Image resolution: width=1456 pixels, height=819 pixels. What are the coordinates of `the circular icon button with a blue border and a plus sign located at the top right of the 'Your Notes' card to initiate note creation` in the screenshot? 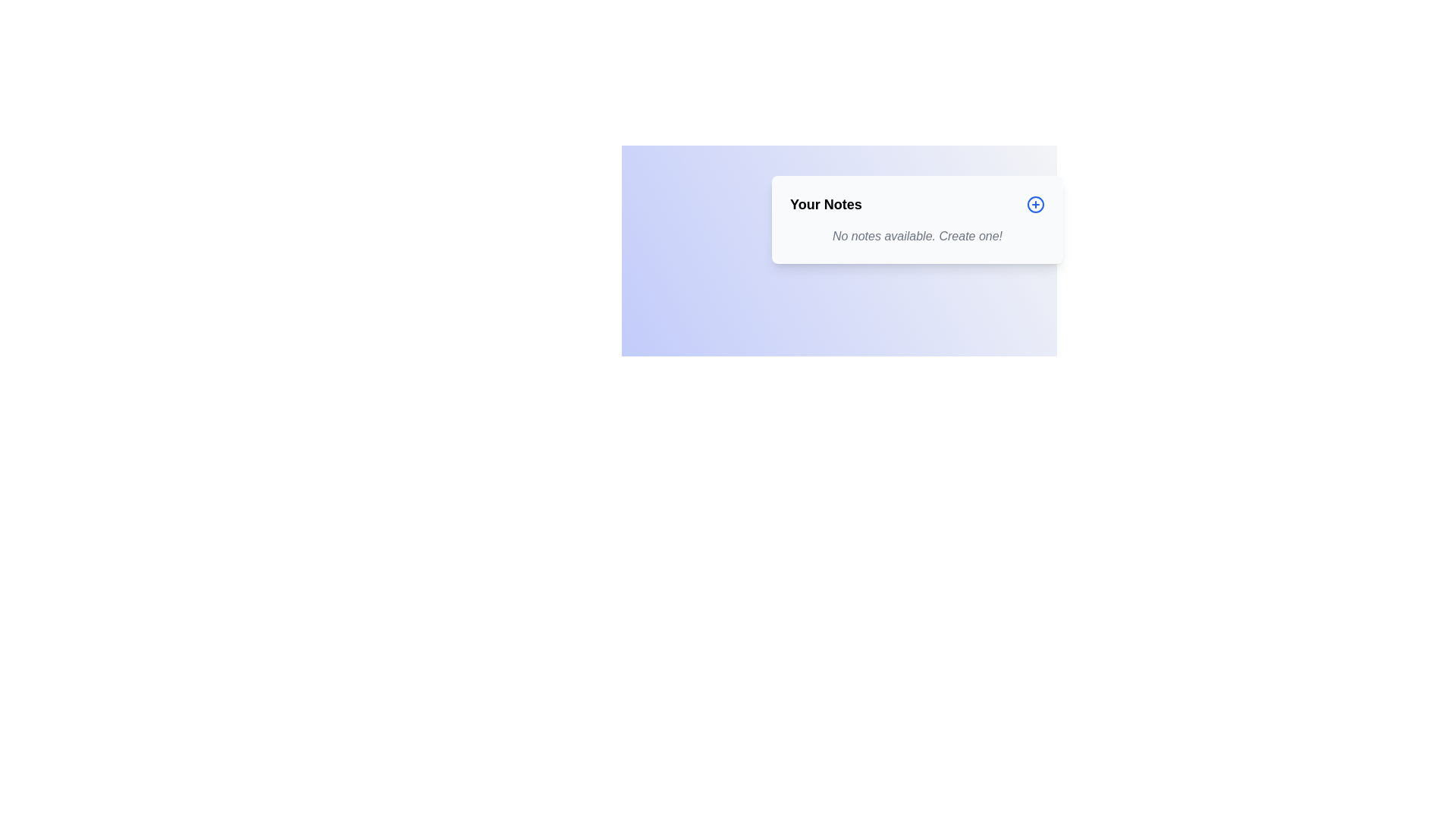 It's located at (1035, 205).